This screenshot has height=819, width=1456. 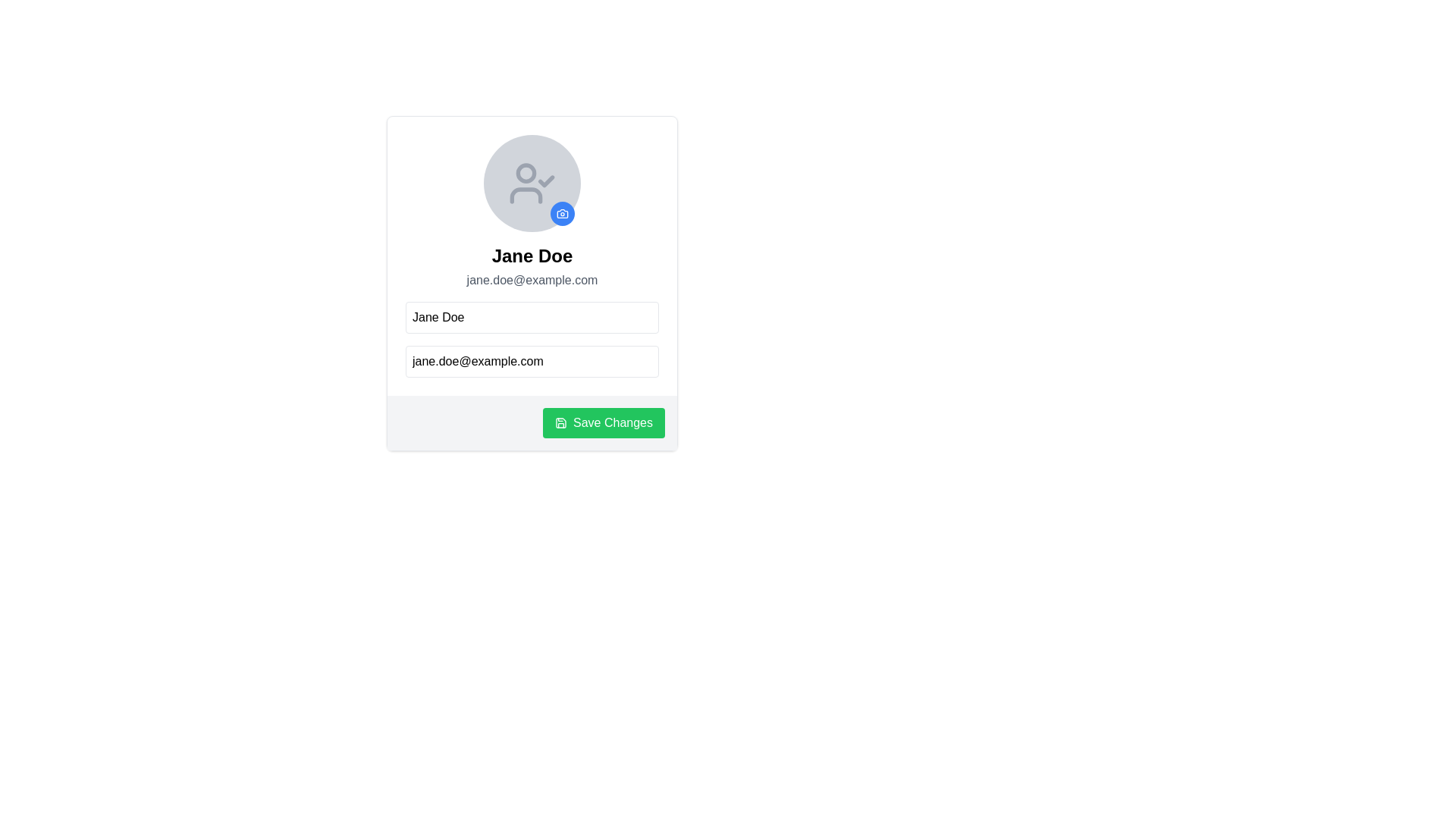 What do you see at coordinates (560, 423) in the screenshot?
I see `the save icon located to the left of the 'Save Changes' text in the green button at the bottom middle of the interface` at bounding box center [560, 423].